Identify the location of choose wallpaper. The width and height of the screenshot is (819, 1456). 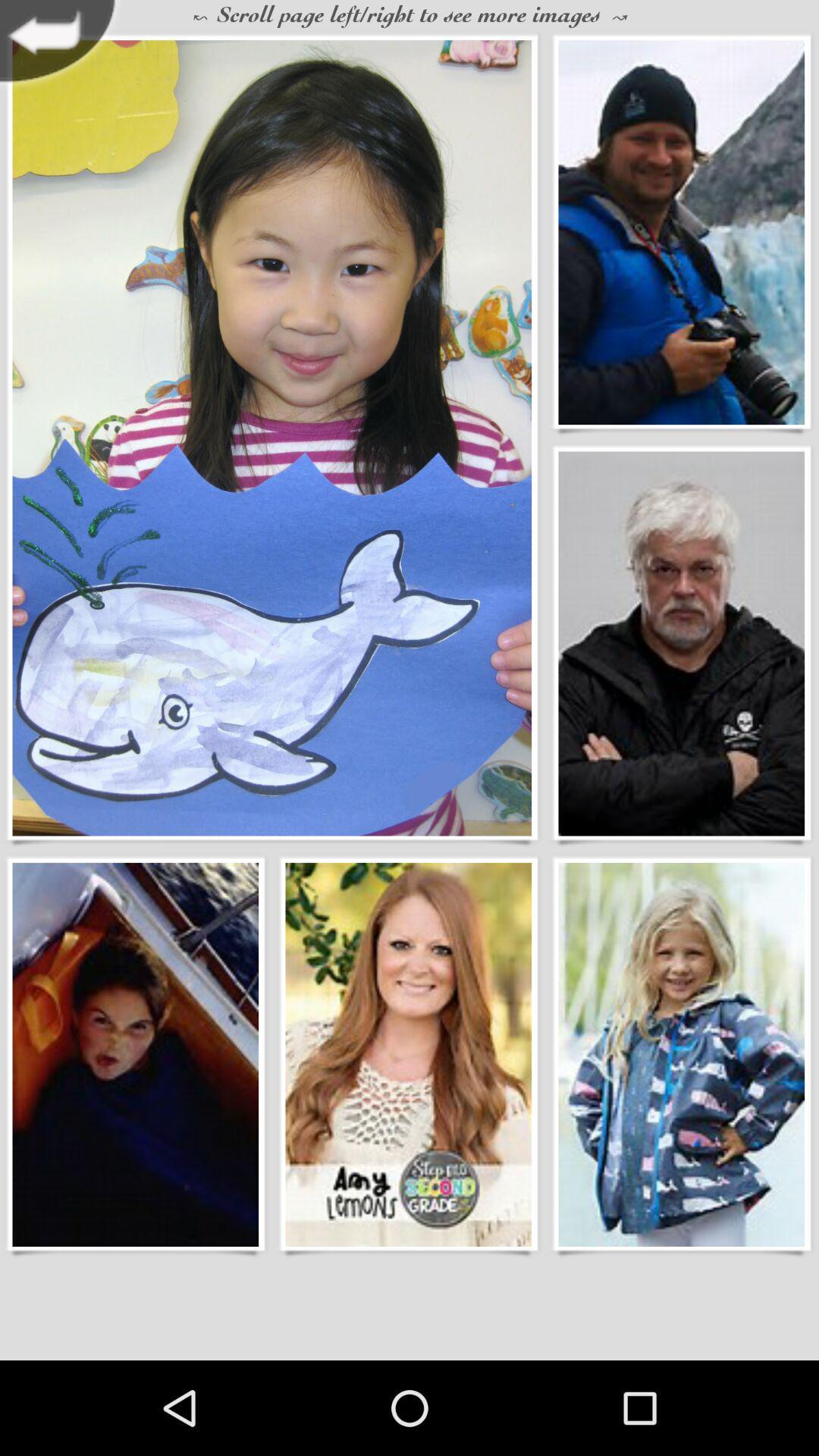
(407, 1053).